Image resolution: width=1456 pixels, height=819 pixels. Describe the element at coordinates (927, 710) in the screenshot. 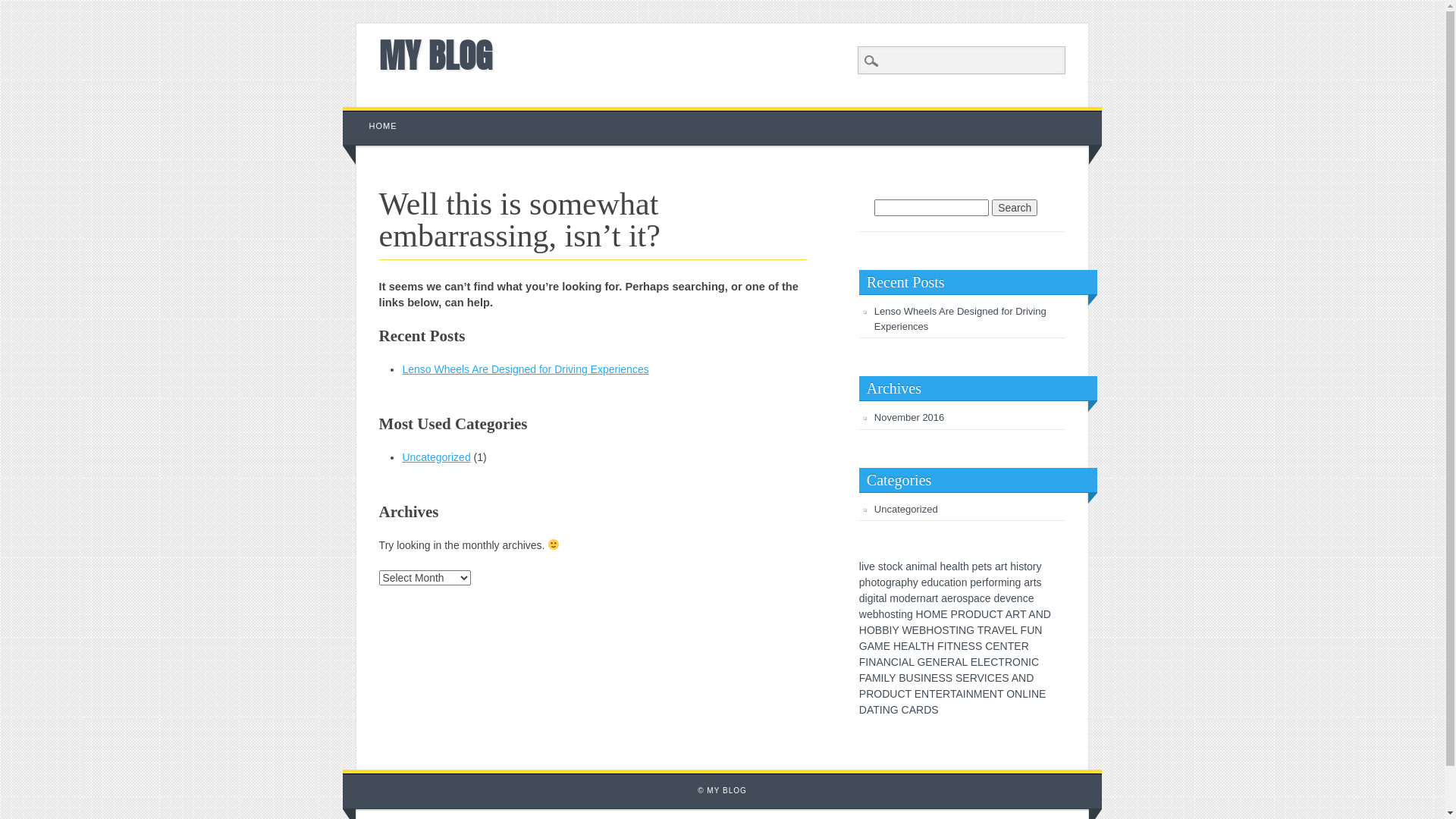

I see `'D'` at that location.